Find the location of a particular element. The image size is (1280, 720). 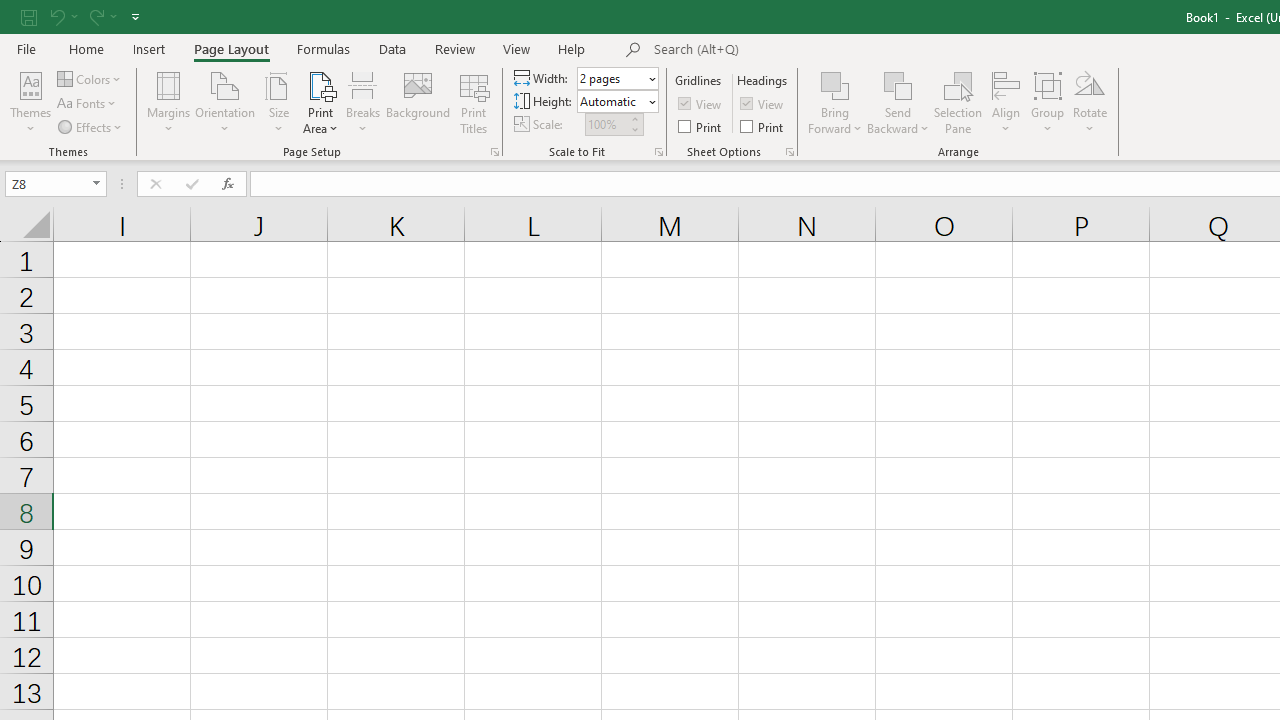

'Group' is located at coordinates (1046, 103).